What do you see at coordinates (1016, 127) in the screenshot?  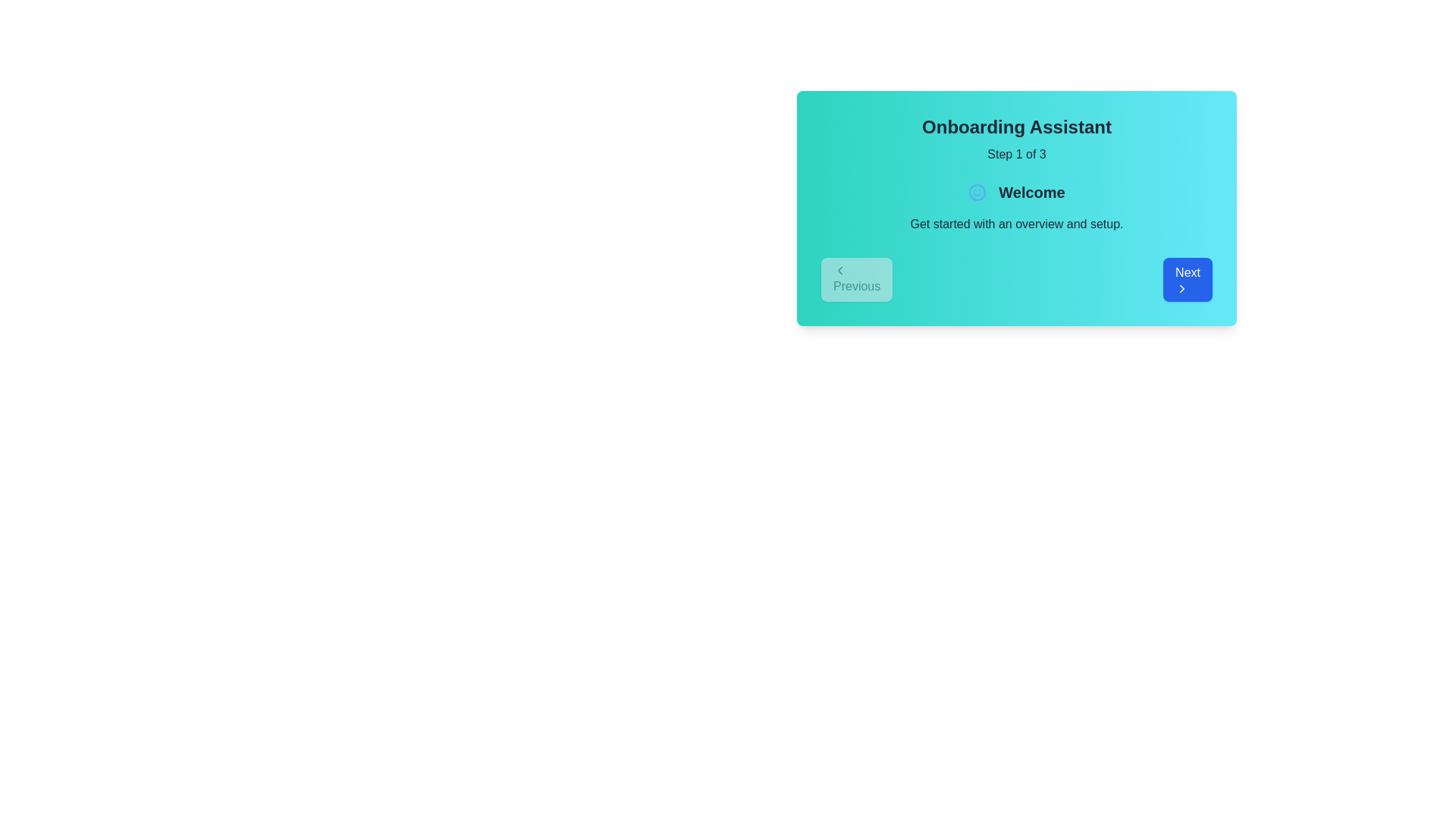 I see `the Static text display that shows 'Onboarding Assistant' in bold and large font, located at the top of the card overlaying a light blue background` at bounding box center [1016, 127].